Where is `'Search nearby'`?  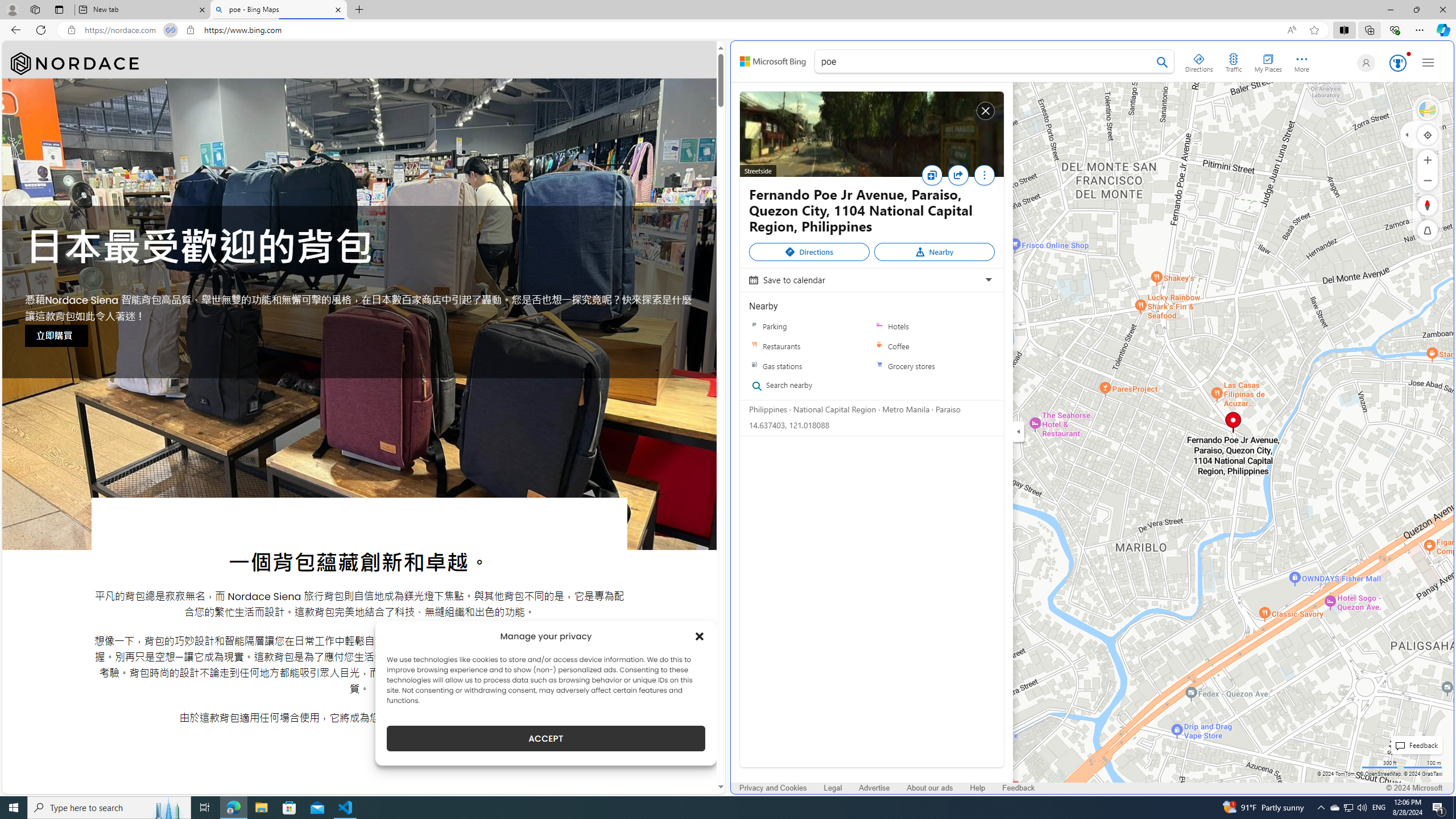 'Search nearby' is located at coordinates (804, 385).